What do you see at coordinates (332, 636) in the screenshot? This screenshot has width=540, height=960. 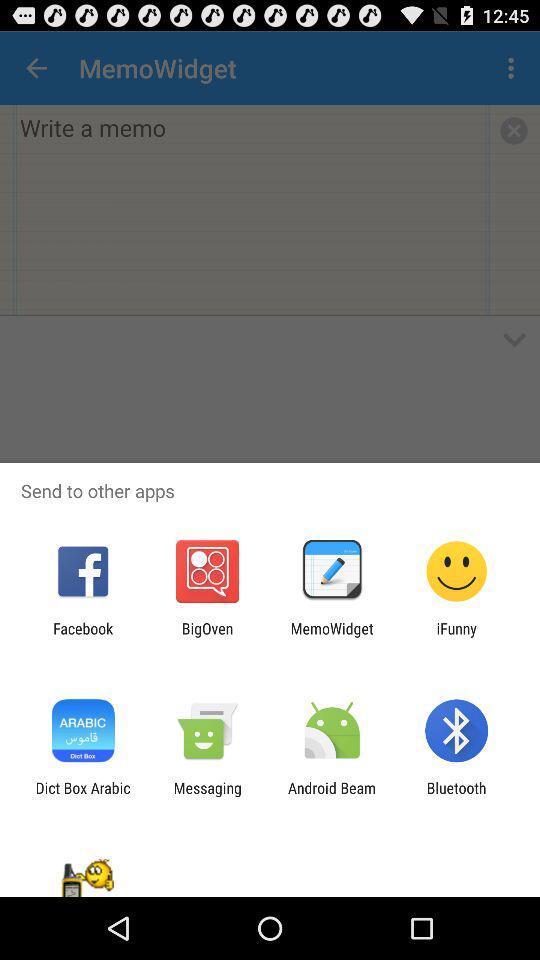 I see `the item next to the ifunny icon` at bounding box center [332, 636].